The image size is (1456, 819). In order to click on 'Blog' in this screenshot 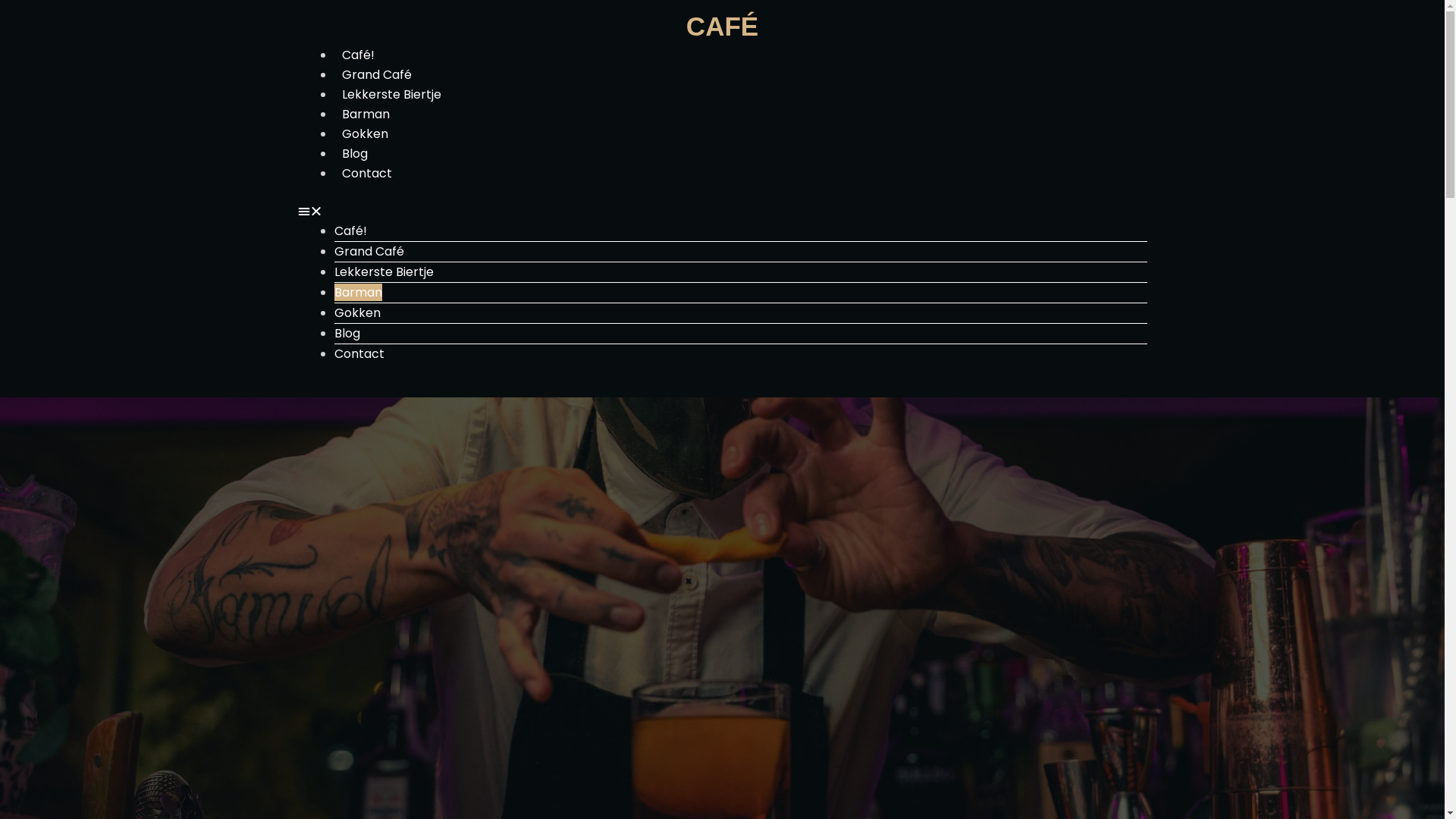, I will do `click(345, 332)`.